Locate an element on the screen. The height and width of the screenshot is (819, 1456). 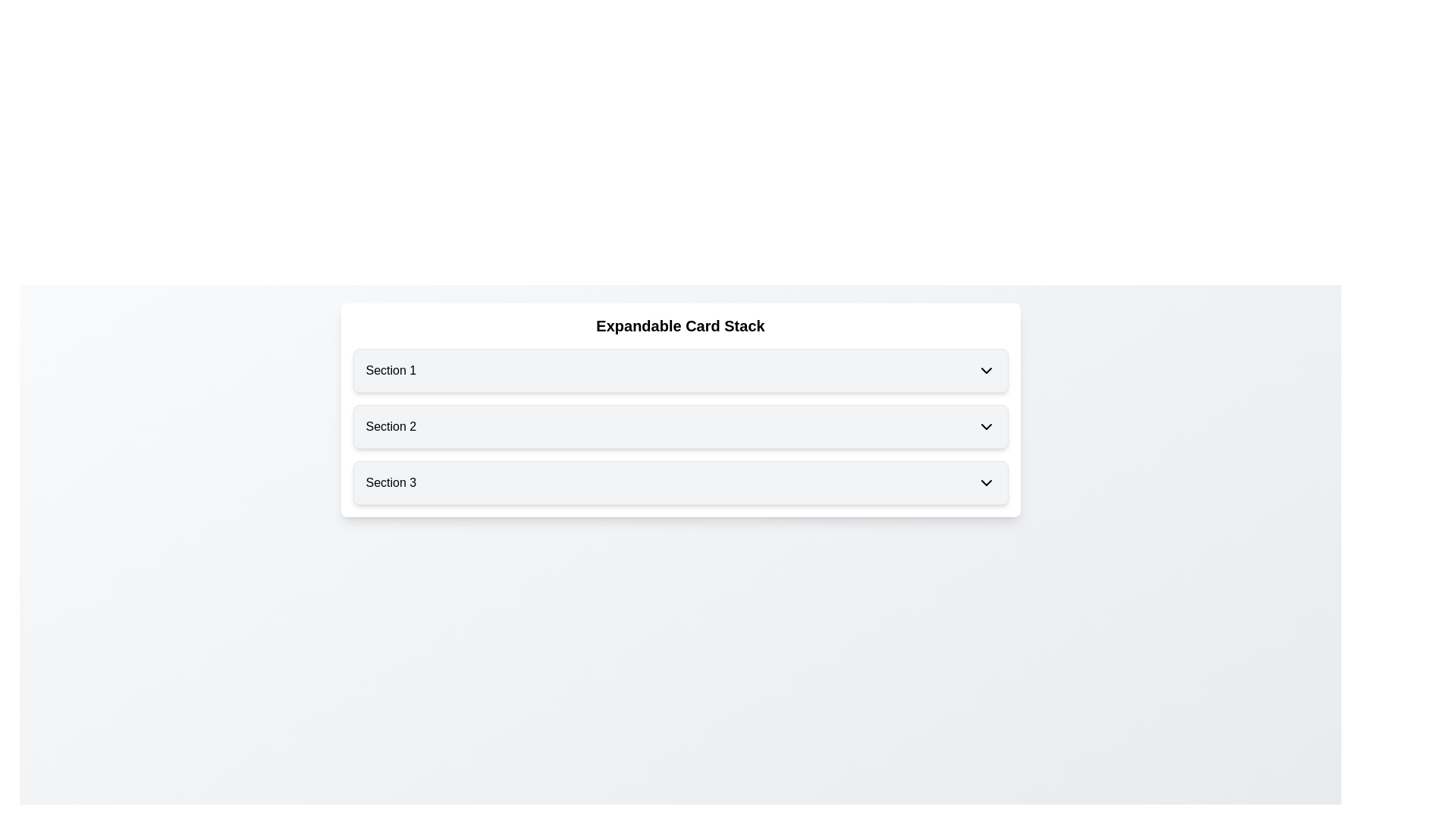
the Static Text Label displaying 'Section 3', which is located within the third section button of a vertically stacked list of sections is located at coordinates (391, 482).